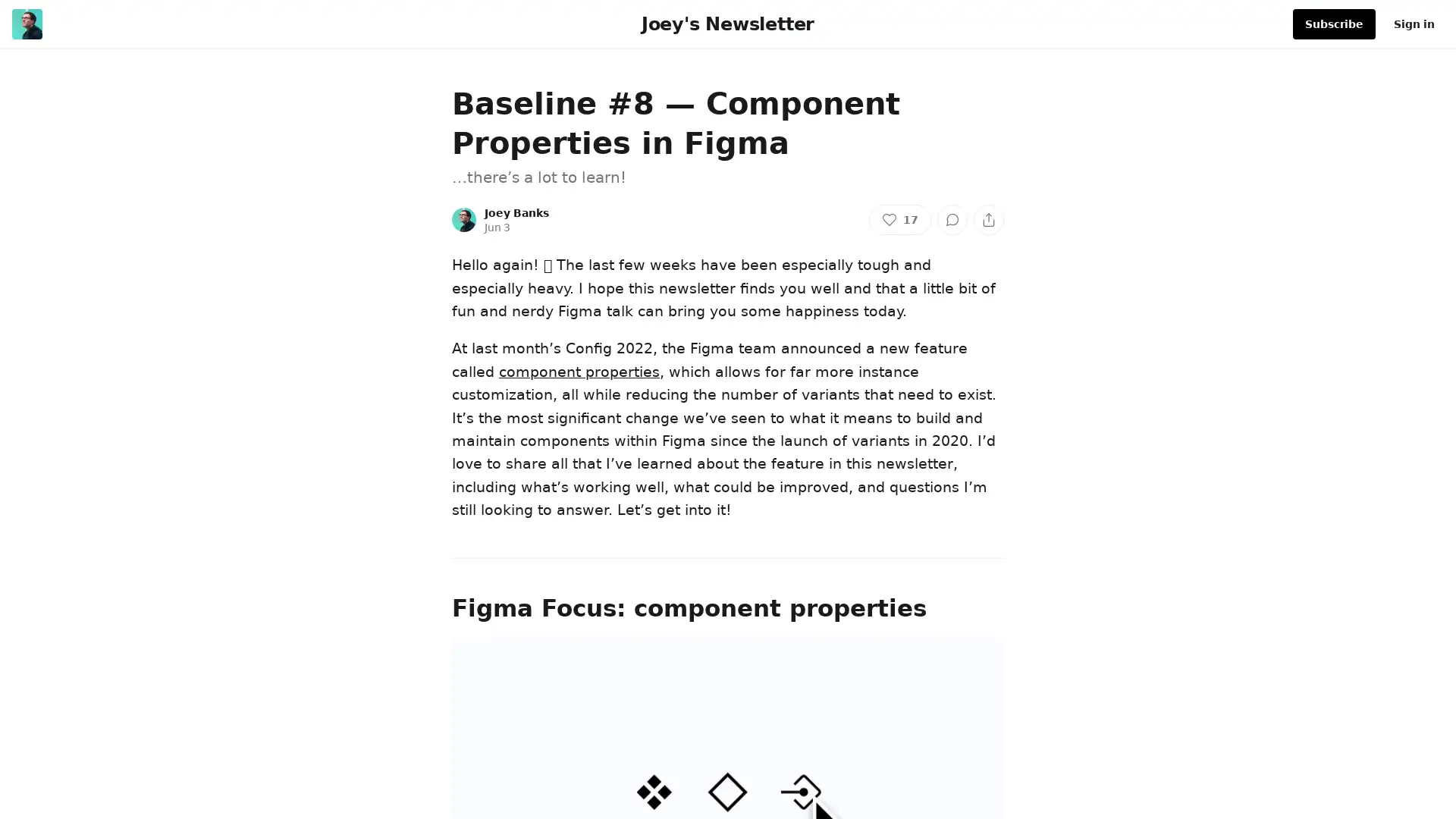 Image resolution: width=1456 pixels, height=819 pixels. What do you see at coordinates (1414, 24) in the screenshot?
I see `Sign in` at bounding box center [1414, 24].